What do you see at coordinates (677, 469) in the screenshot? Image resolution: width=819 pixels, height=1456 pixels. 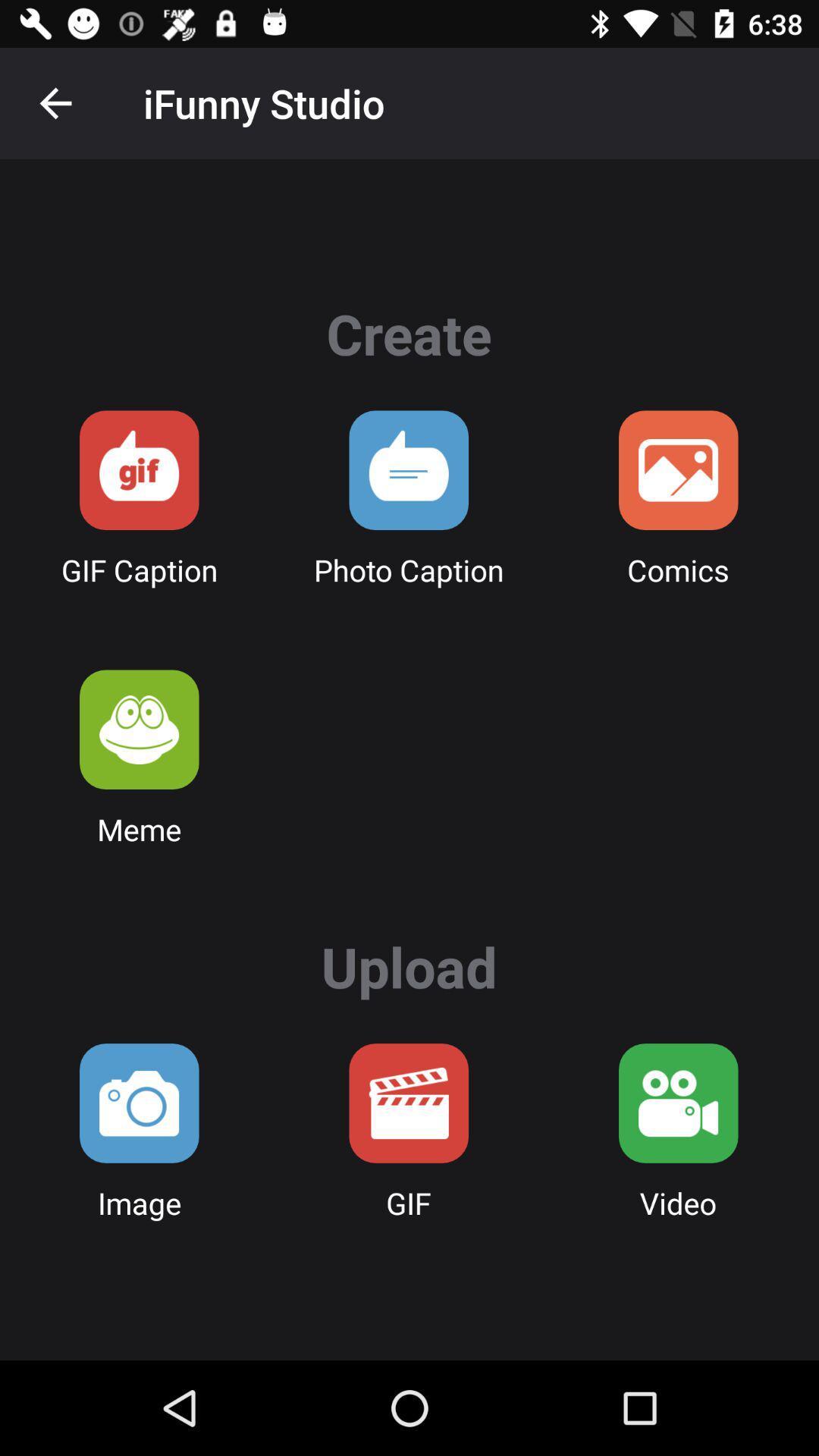 I see `with cartoon style` at bounding box center [677, 469].